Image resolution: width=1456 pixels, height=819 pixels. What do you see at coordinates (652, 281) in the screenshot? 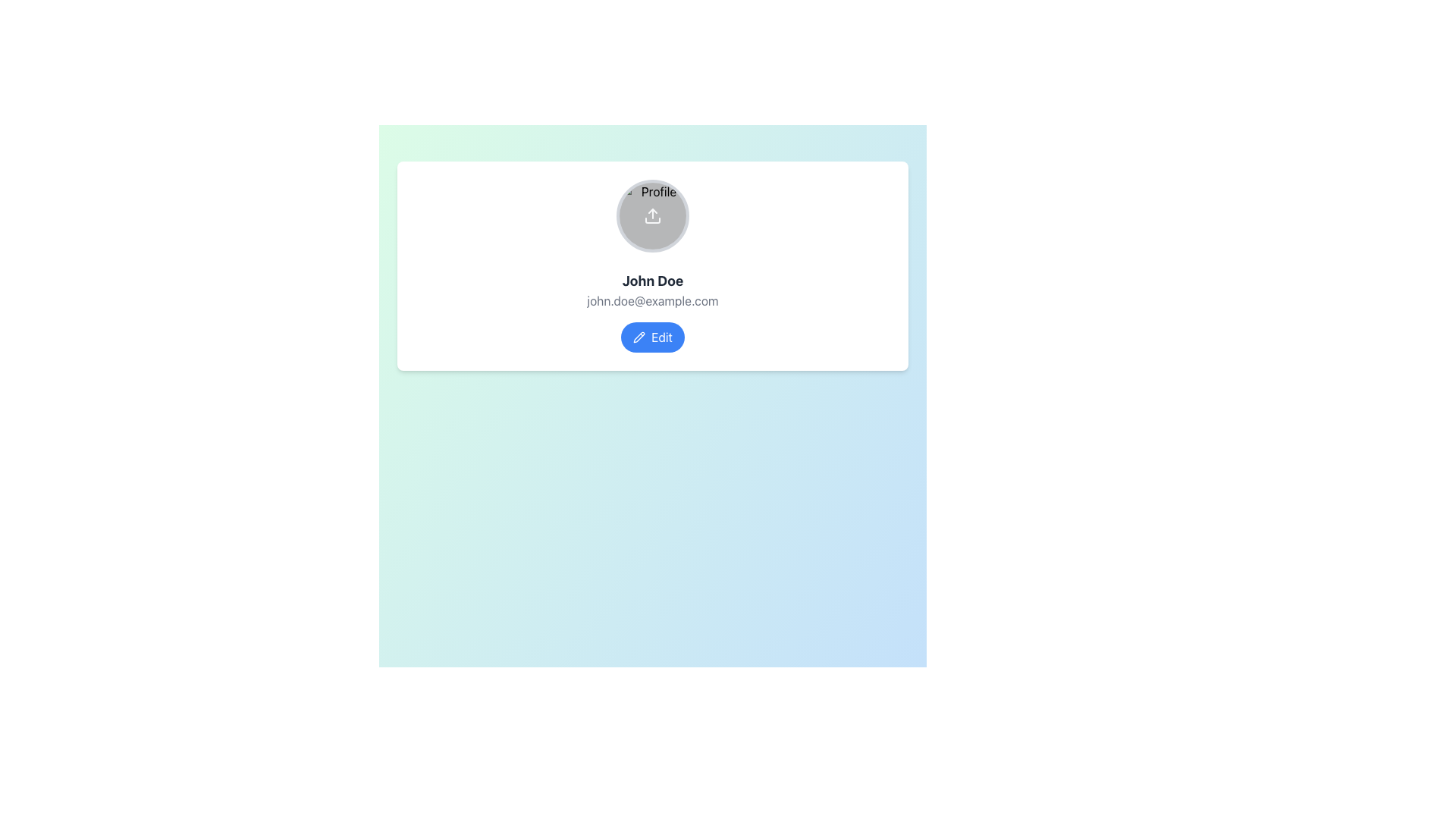
I see `the static text label displaying the user's name, which is positioned above the email text and below the profile icon in the centered card layout` at bounding box center [652, 281].